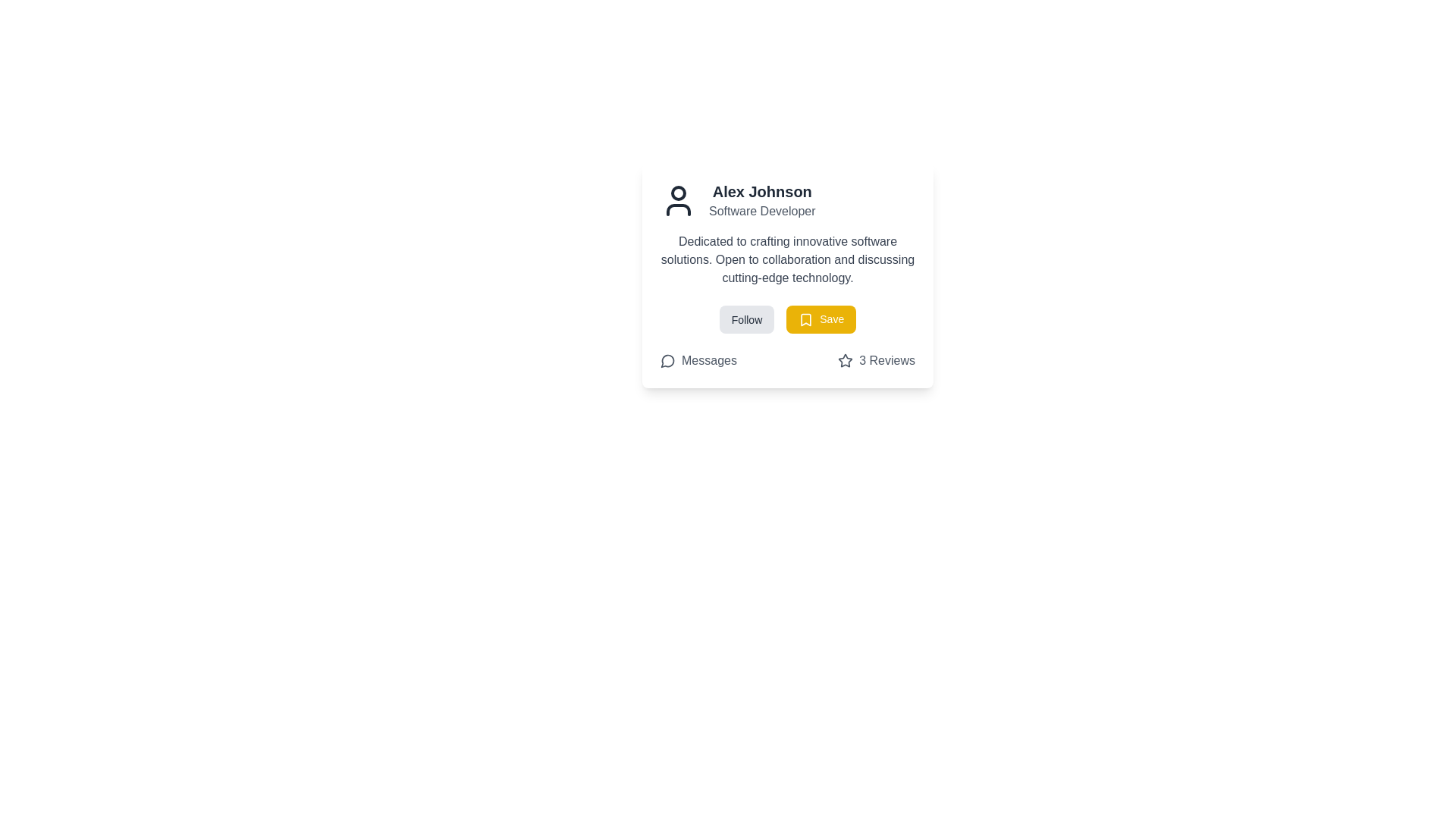 The image size is (1456, 819). Describe the element at coordinates (805, 319) in the screenshot. I see `the 'Save' button icon for 'Alex Johnson'` at that location.